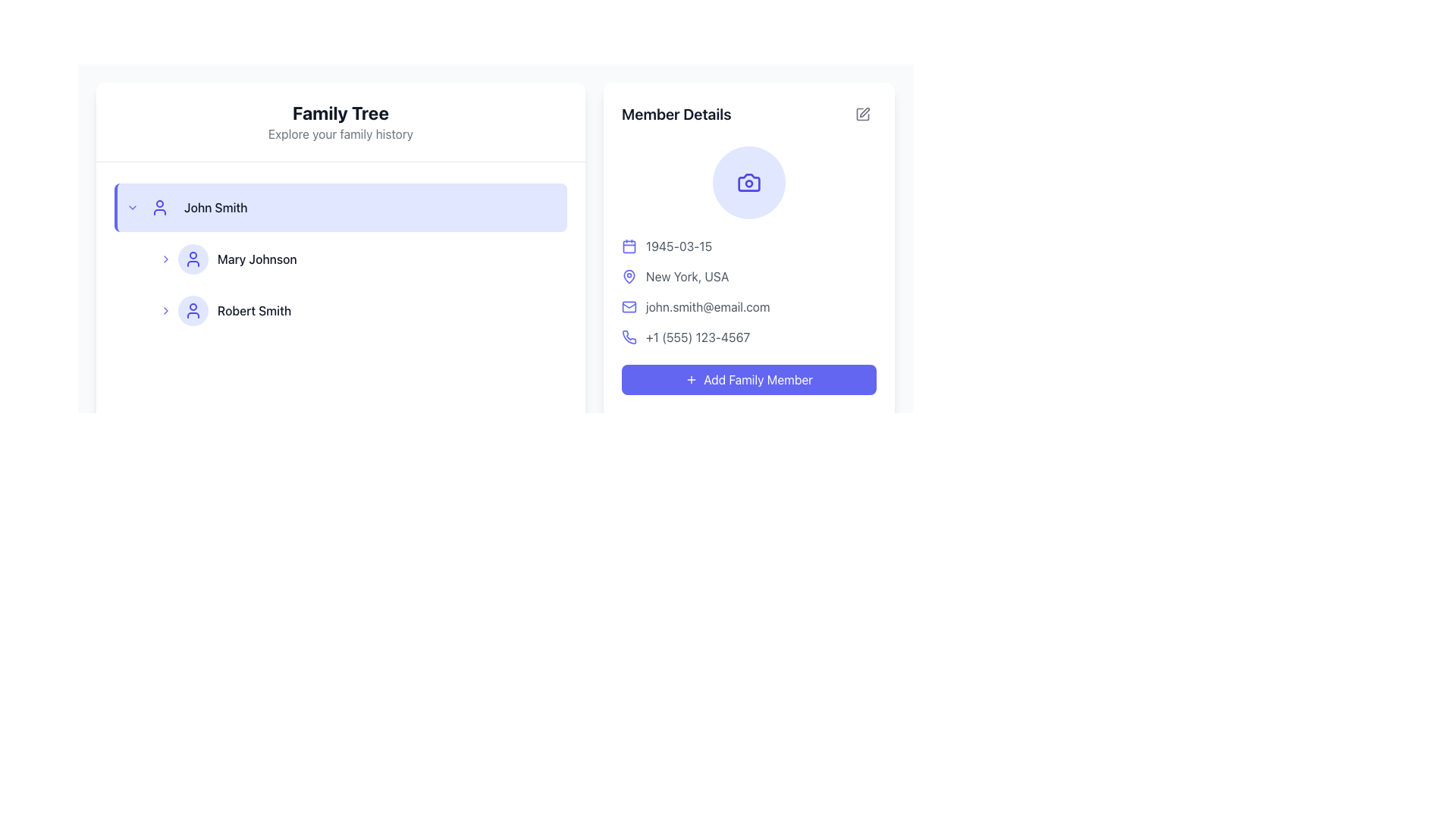  I want to click on the edit button icon located in the top-right corner of the 'Member Details' section, which is a pen icon among its siblings, so click(864, 111).